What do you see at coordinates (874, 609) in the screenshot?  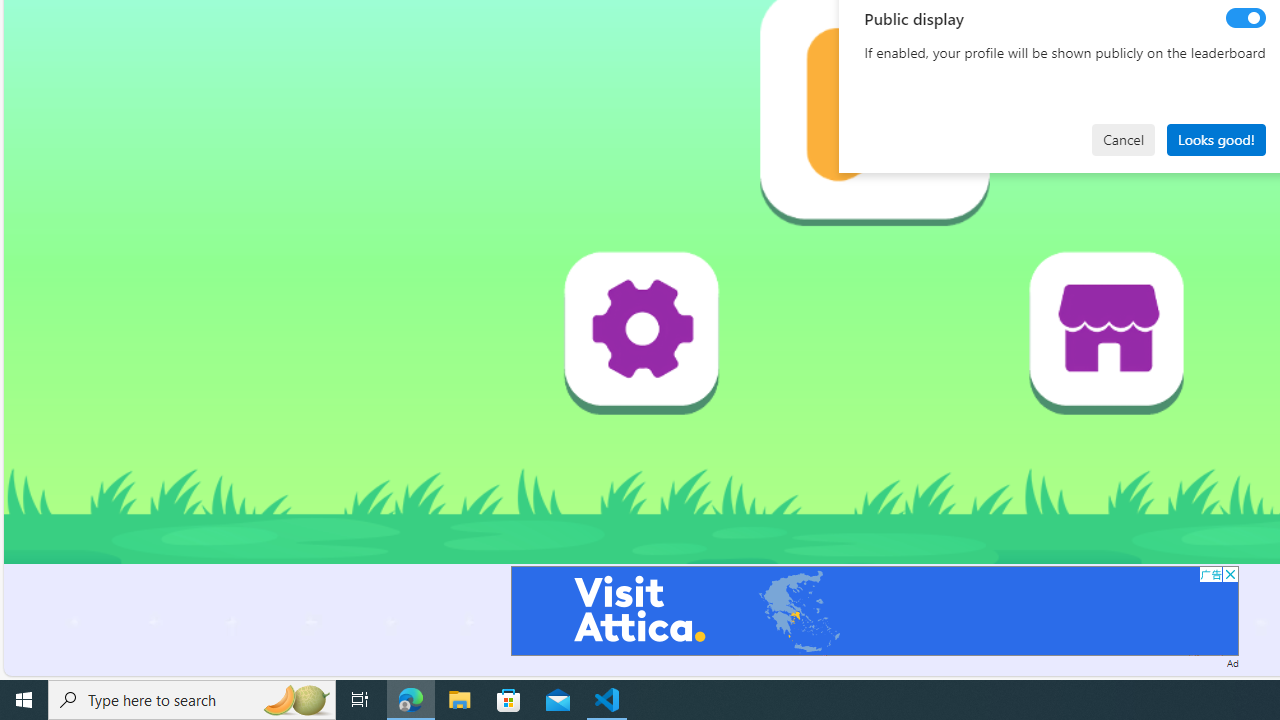 I see `'Advertisement'` at bounding box center [874, 609].